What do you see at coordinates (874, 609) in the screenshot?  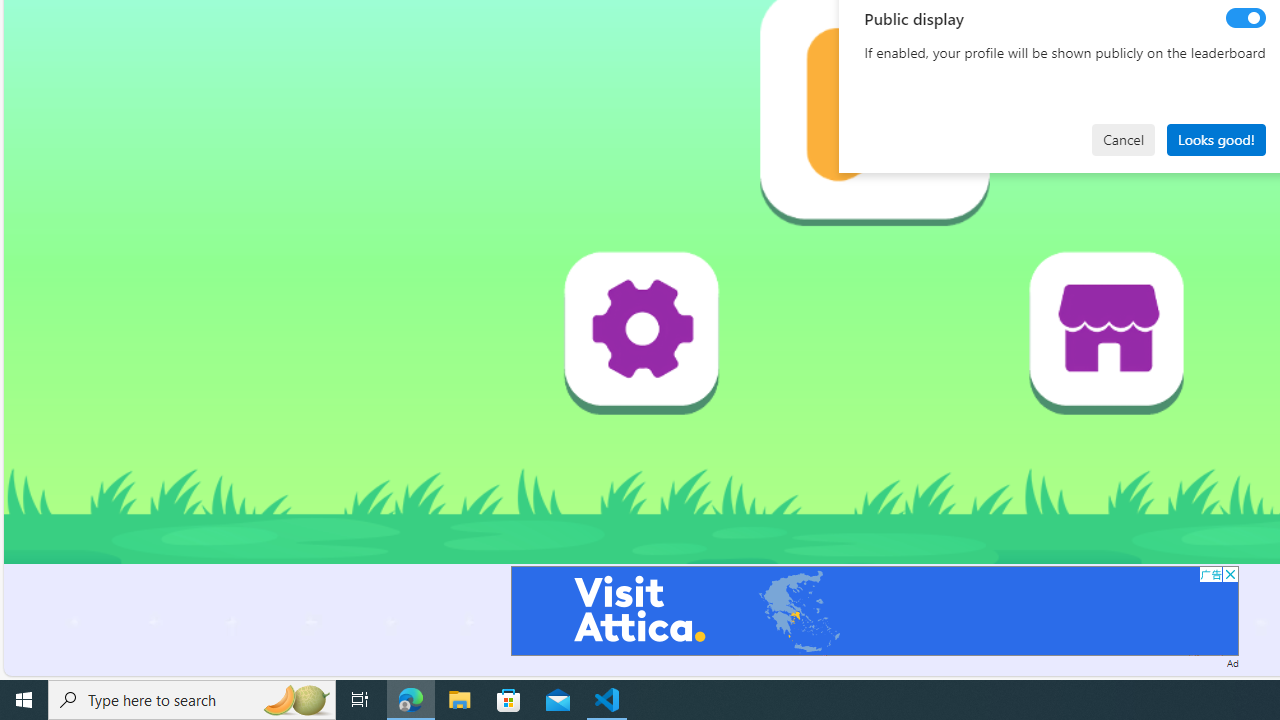 I see `'Advertisement'` at bounding box center [874, 609].